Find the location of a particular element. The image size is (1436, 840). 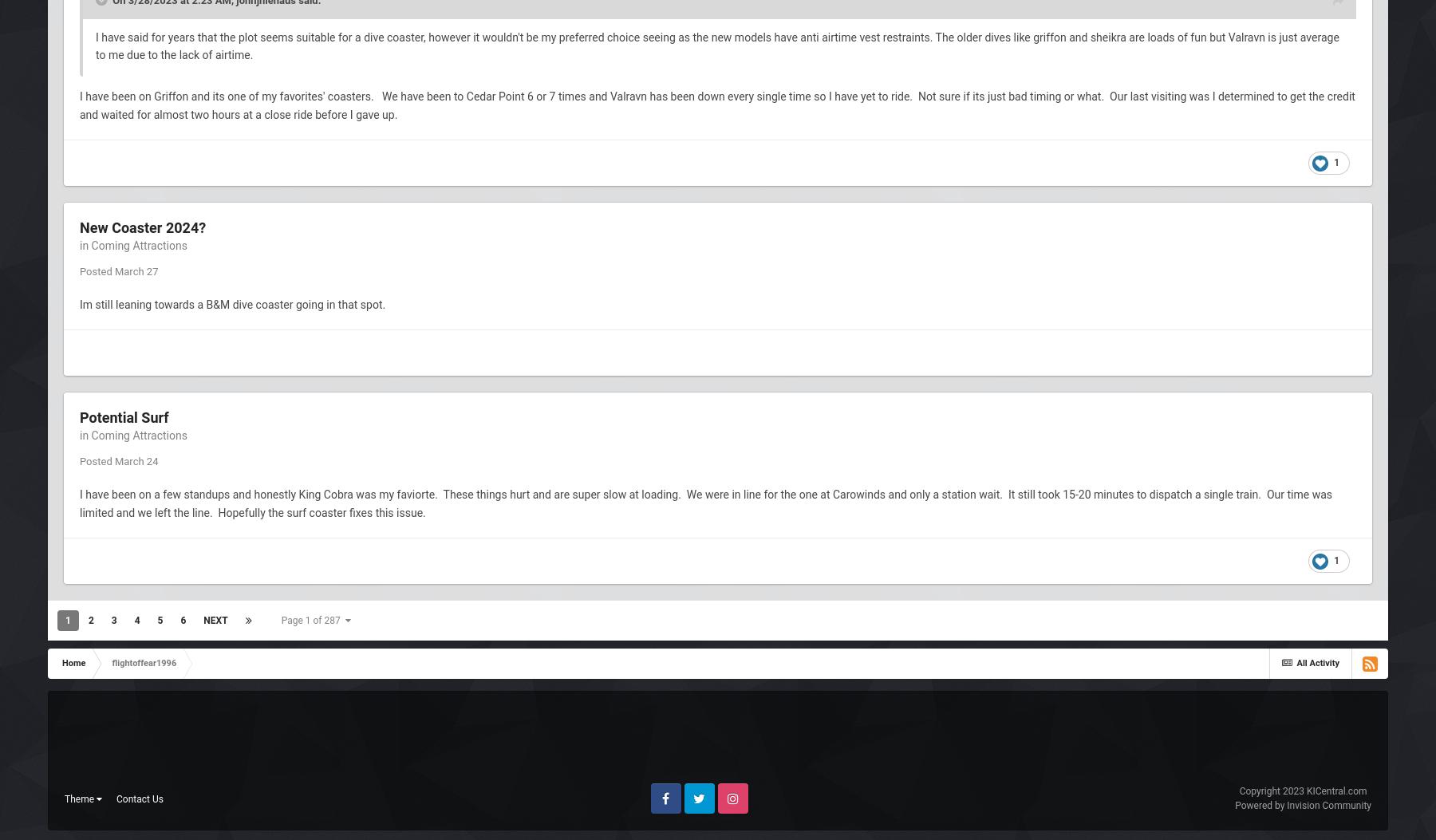

'Contact Us' is located at coordinates (139, 736).